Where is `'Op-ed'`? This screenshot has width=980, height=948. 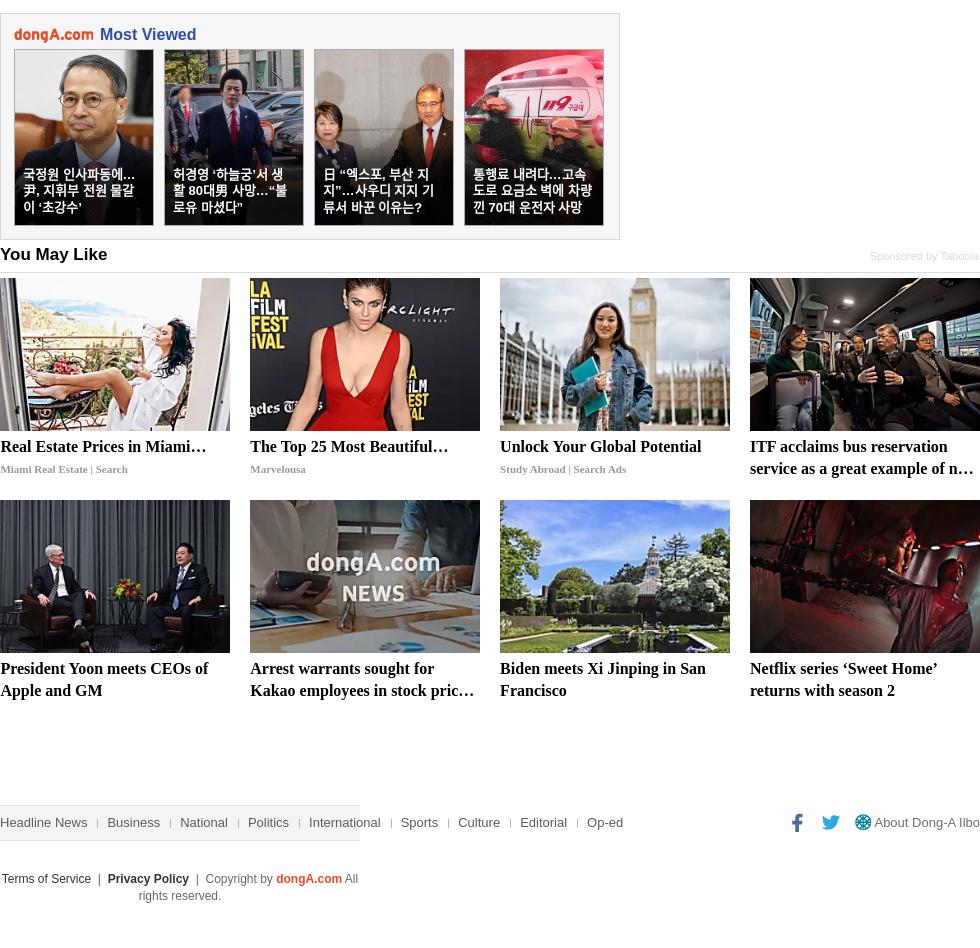 'Op-ed' is located at coordinates (604, 822).